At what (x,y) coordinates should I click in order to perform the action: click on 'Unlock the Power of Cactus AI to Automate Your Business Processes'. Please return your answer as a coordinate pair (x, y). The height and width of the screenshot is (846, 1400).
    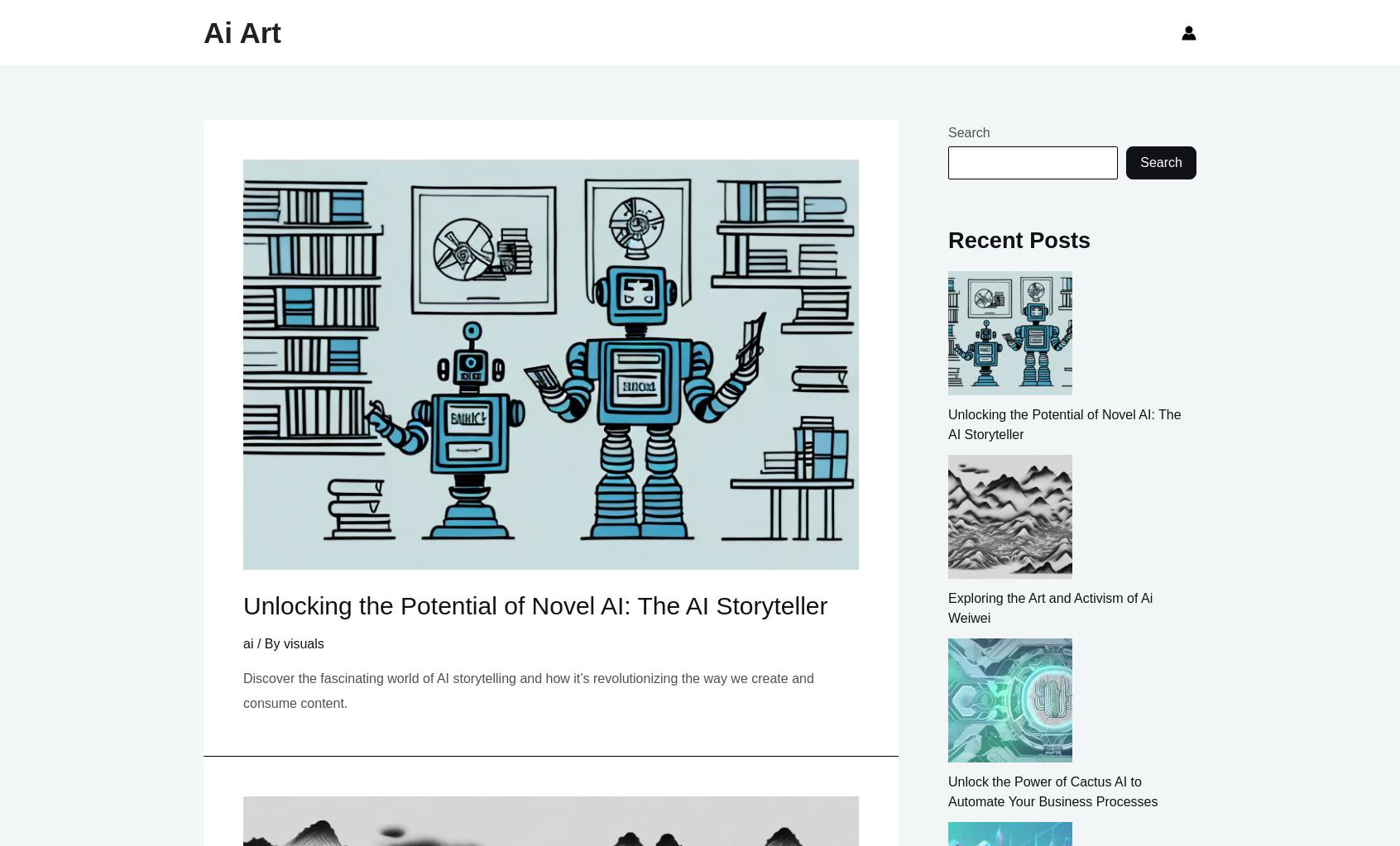
    Looking at the image, I should click on (1052, 791).